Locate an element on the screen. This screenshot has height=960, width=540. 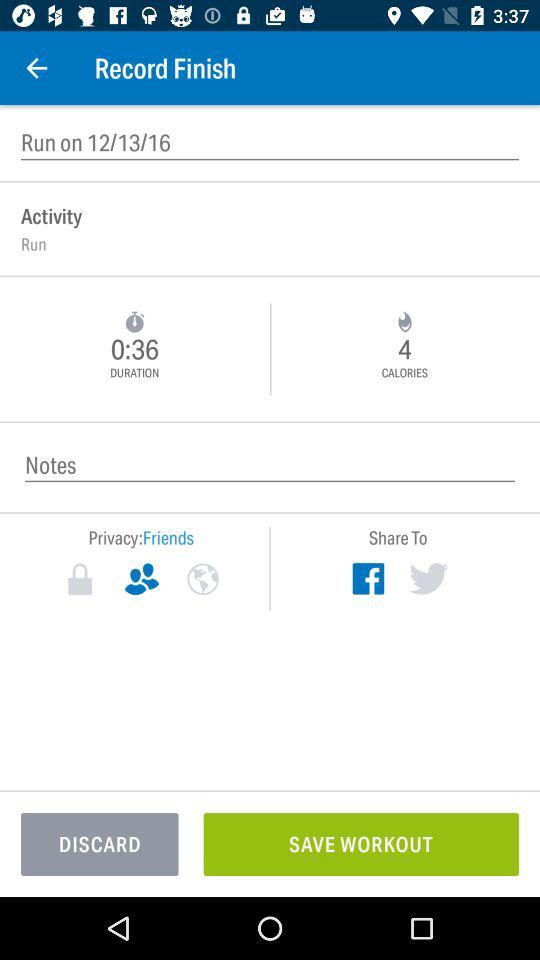
the globe icon is located at coordinates (202, 579).